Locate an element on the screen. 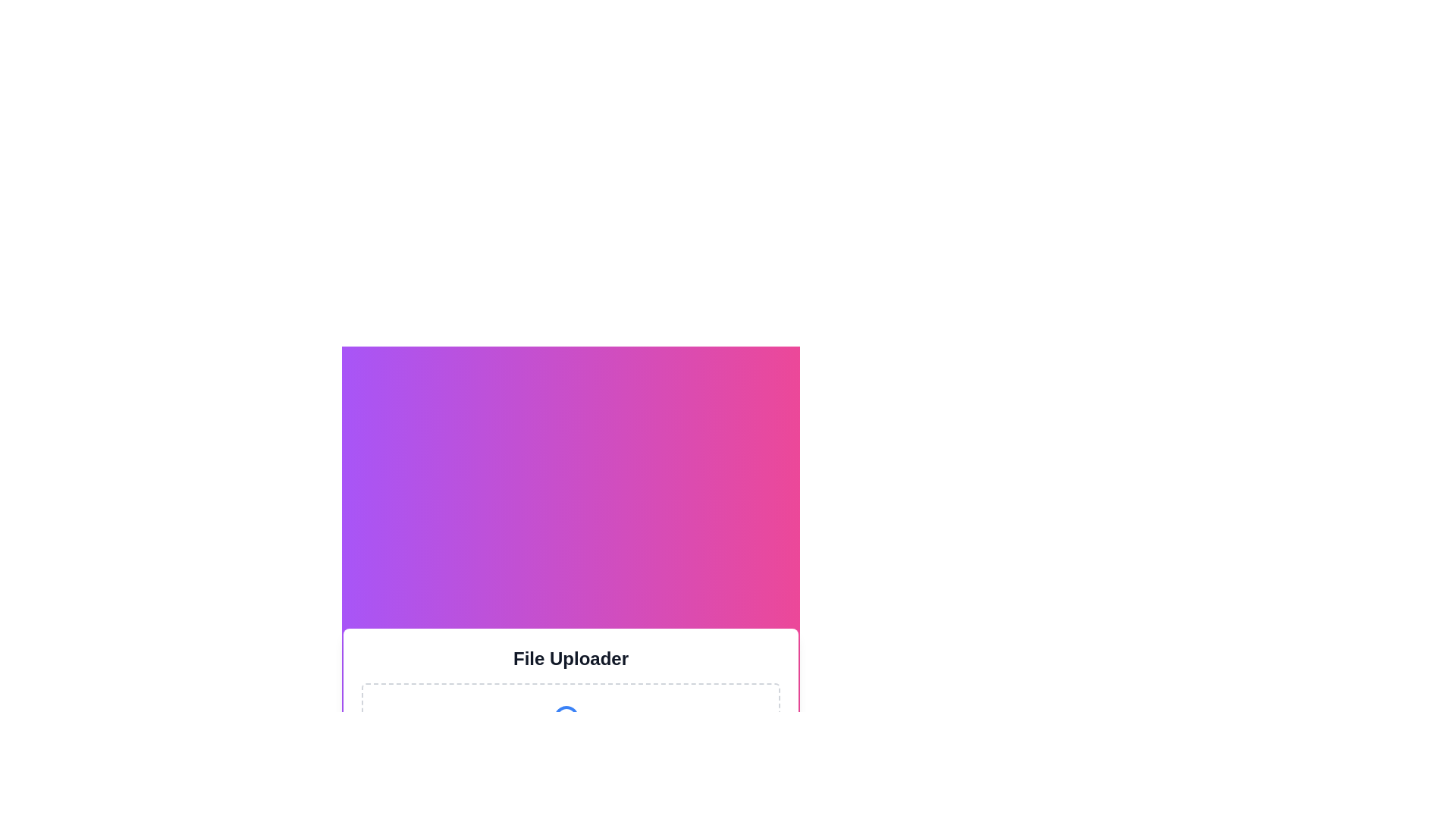  the appearance of the cloud upload icon, which is a blue icon with an upward arrow located in the center of the file uploader interface is located at coordinates (570, 720).